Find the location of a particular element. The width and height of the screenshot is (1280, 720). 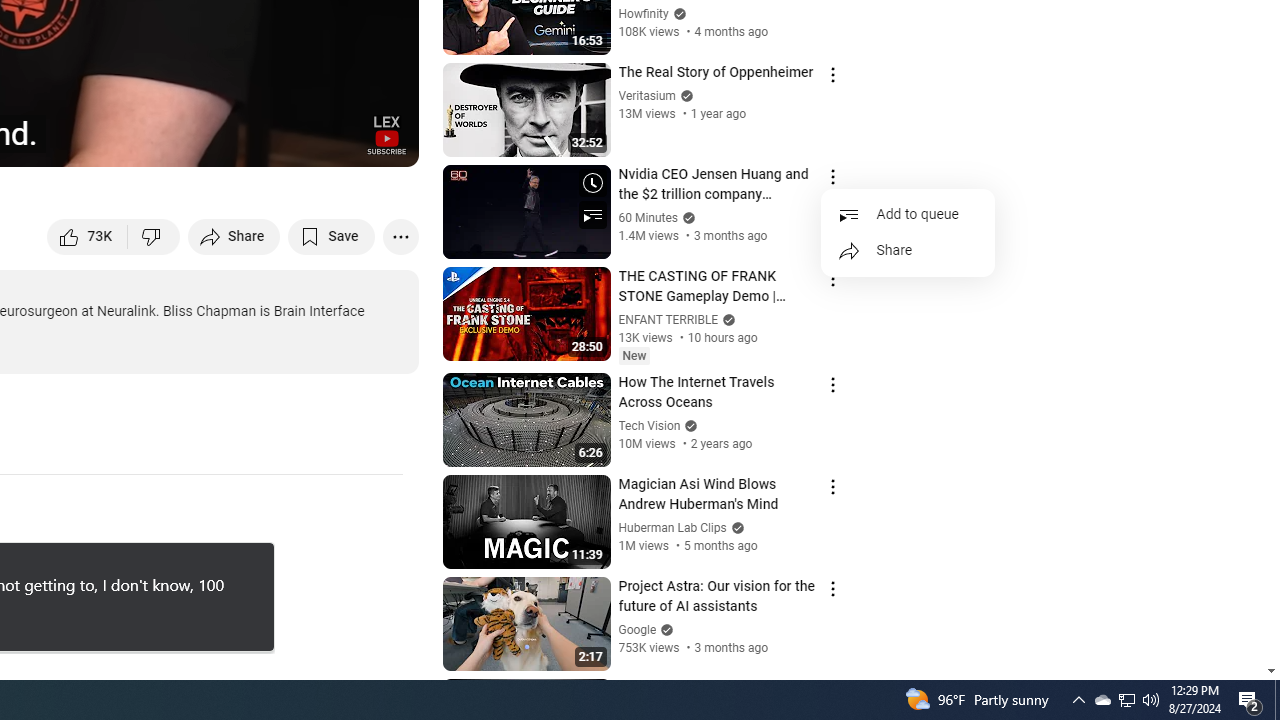

'Add to queue' is located at coordinates (907, 215).